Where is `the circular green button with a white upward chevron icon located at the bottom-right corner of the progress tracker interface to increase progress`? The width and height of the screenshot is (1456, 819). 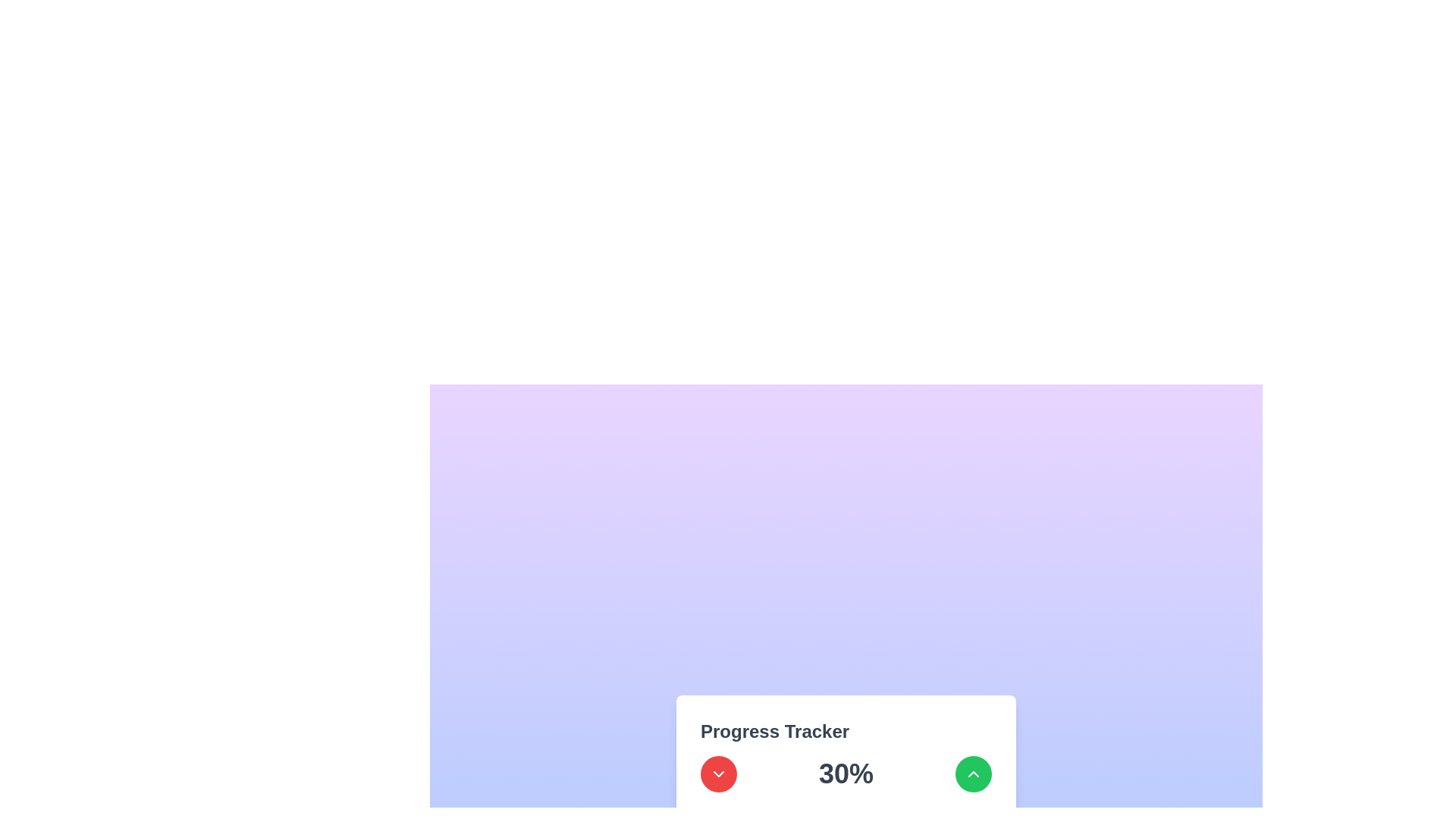 the circular green button with a white upward chevron icon located at the bottom-right corner of the progress tracker interface to increase progress is located at coordinates (973, 774).